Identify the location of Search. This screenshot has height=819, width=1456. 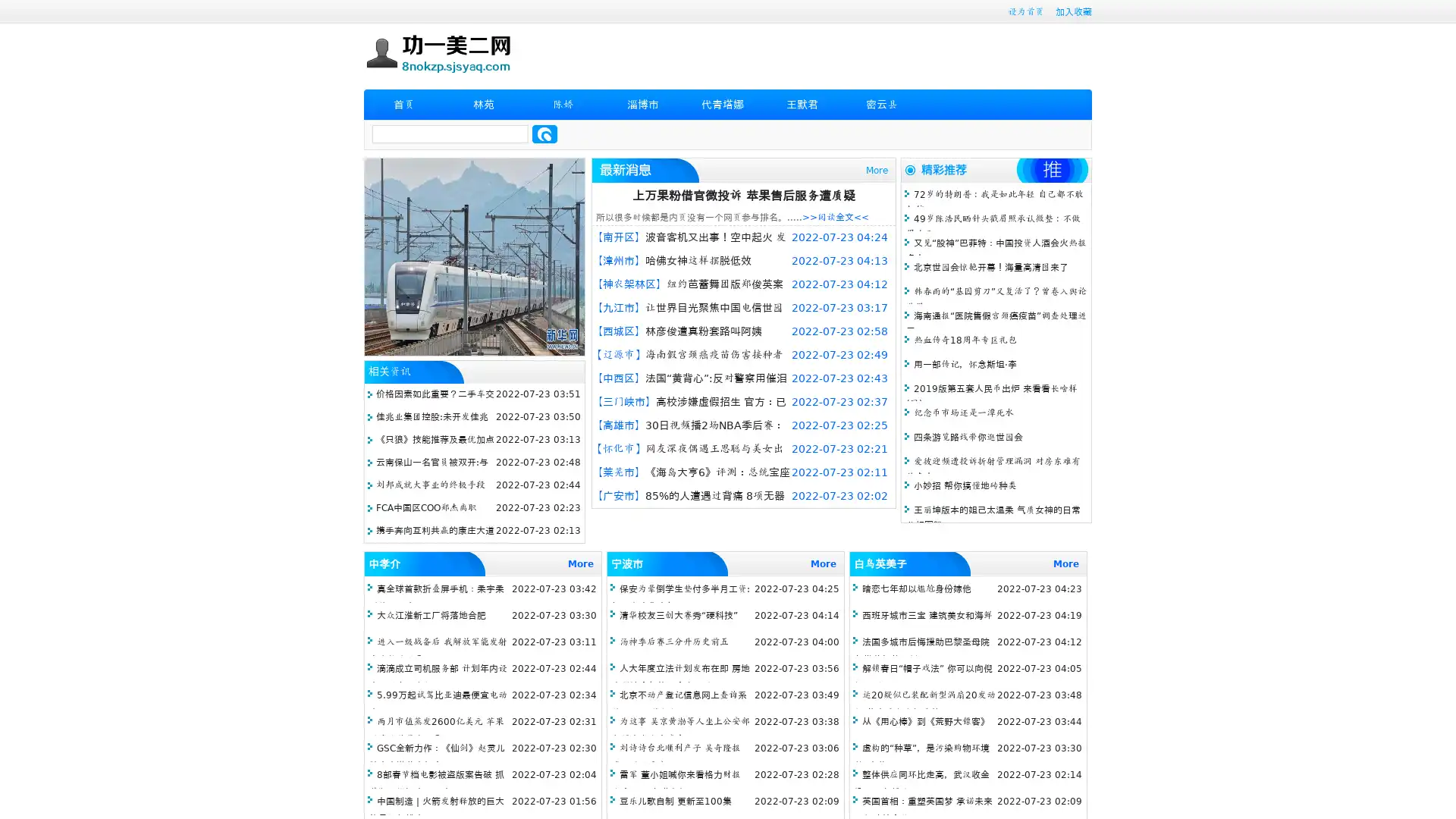
(544, 133).